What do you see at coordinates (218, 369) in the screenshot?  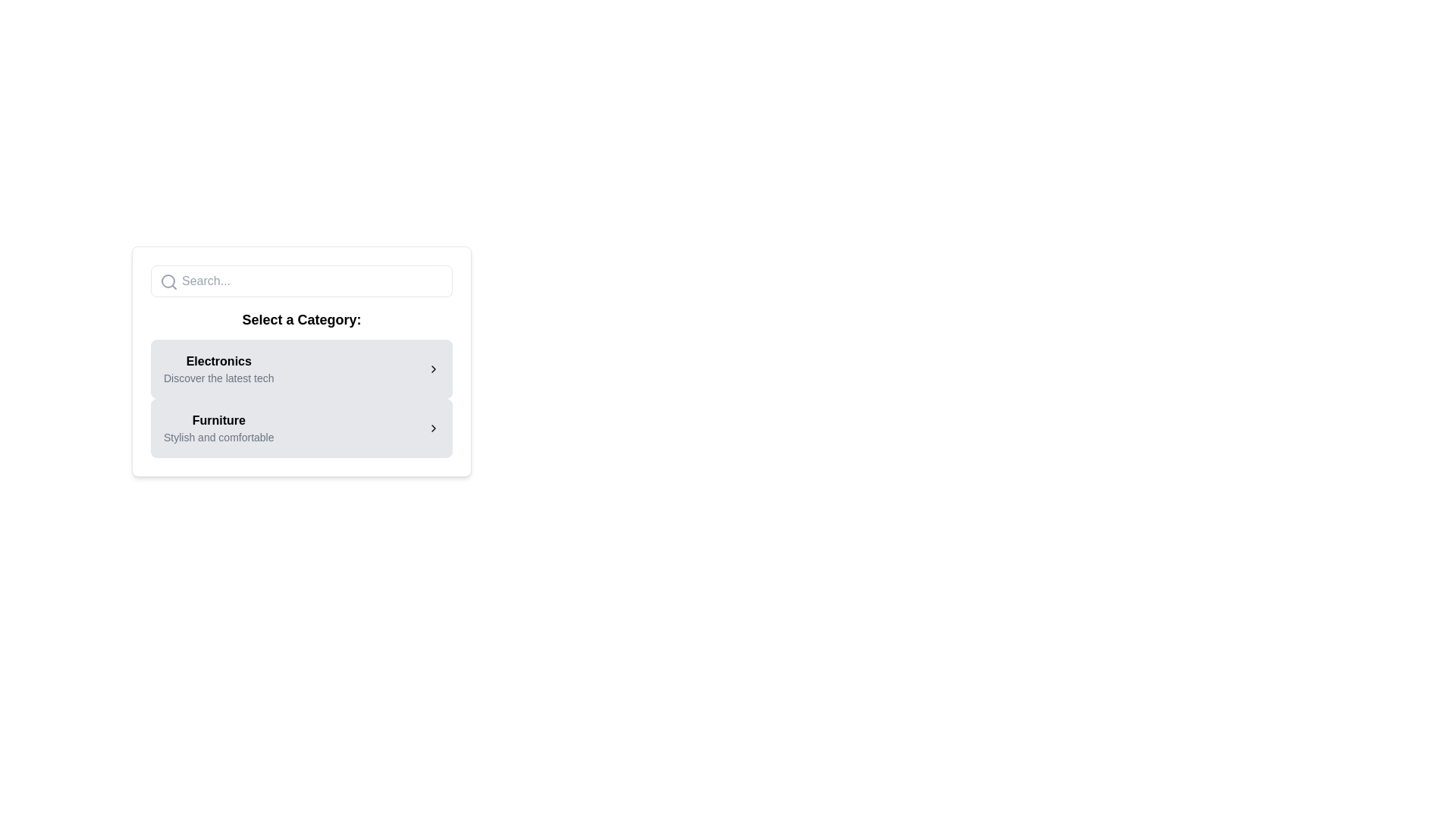 I see `text of the label representing the electronics category, which is the first item in the selectable card layout` at bounding box center [218, 369].